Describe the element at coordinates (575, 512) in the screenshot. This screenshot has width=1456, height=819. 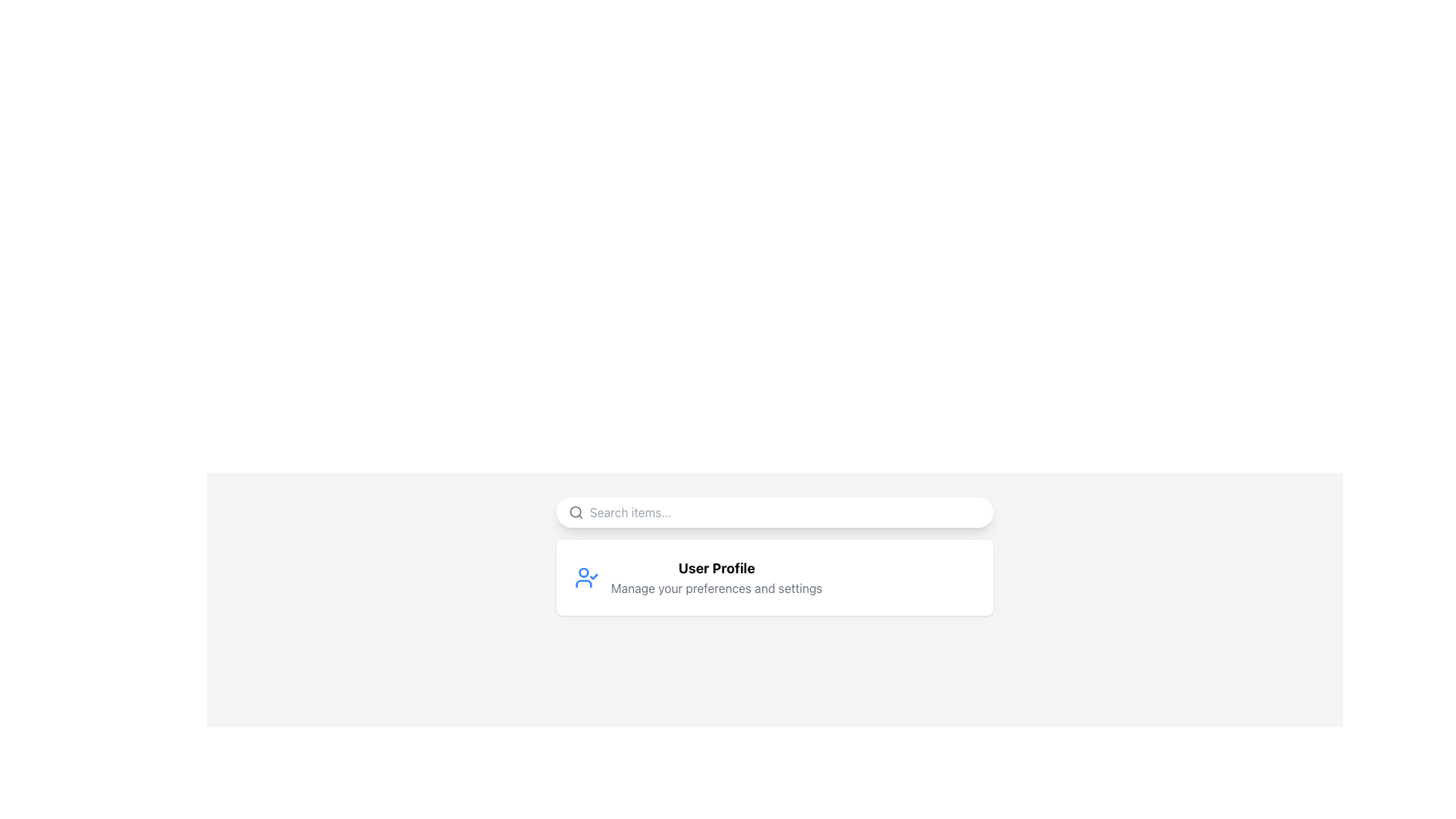
I see `the search icon located at the start of the horizontal search bar to initiate a search` at that location.